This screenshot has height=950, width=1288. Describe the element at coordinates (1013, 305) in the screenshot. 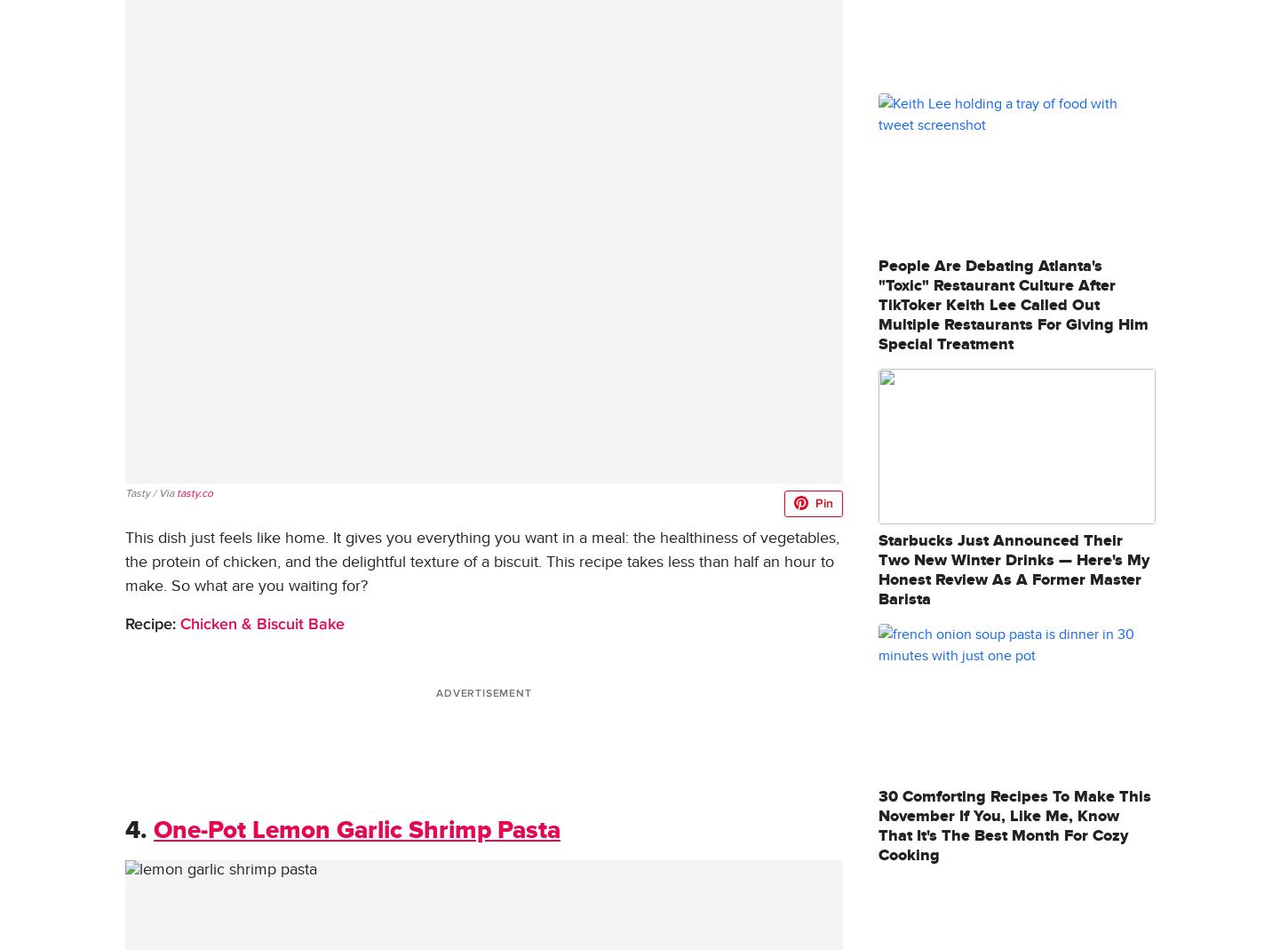

I see `'People Are Debating Atlanta's "Toxic" Restaurant Culture After TikToker Keith Lee Called Out Multiple Restaurants For Giving Him Special Treatment'` at that location.